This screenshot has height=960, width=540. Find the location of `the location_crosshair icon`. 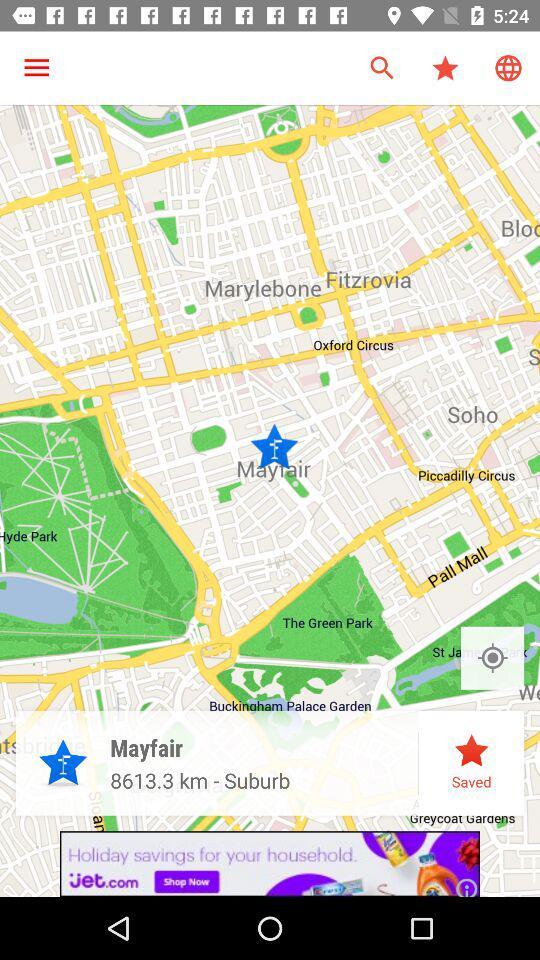

the location_crosshair icon is located at coordinates (491, 657).